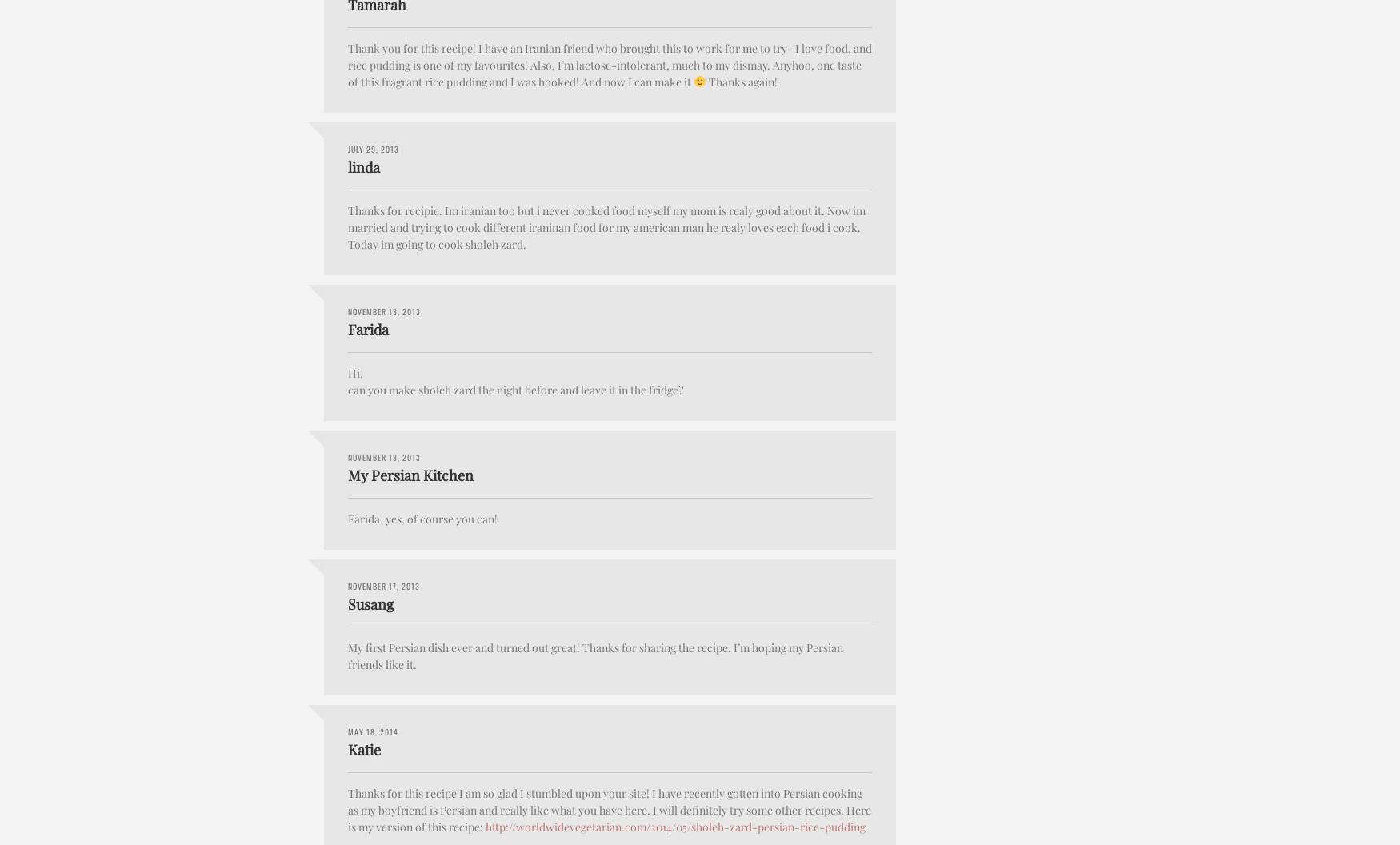 This screenshot has width=1400, height=845. What do you see at coordinates (609, 63) in the screenshot?
I see `'Thank you for this recipe! I have an Iranian friend who brought this to work for me to try- I love food, and rice pudding is one of my favourites! Also, I’m lactose-intolerant, much to my dismay. Anyhoo, one taste of this fragrant rice pudding and I was hooked! And now I can make it'` at bounding box center [609, 63].